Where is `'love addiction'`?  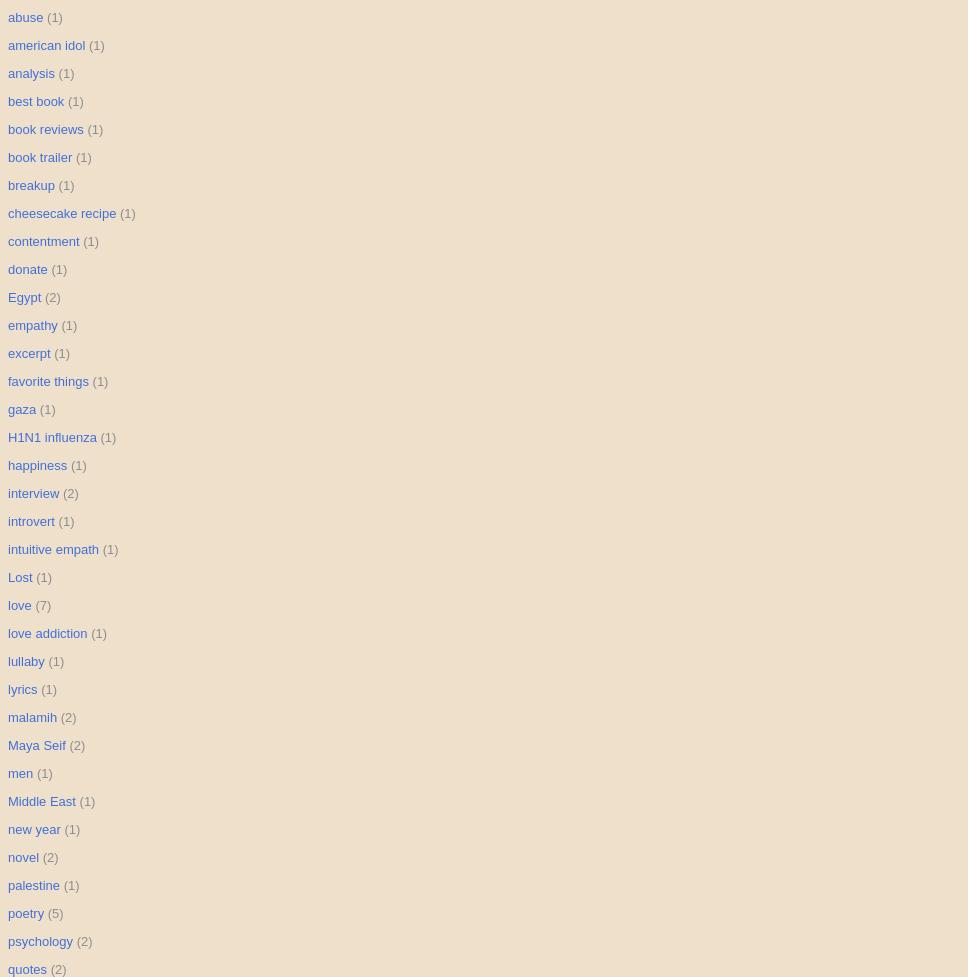 'love addiction' is located at coordinates (46, 632).